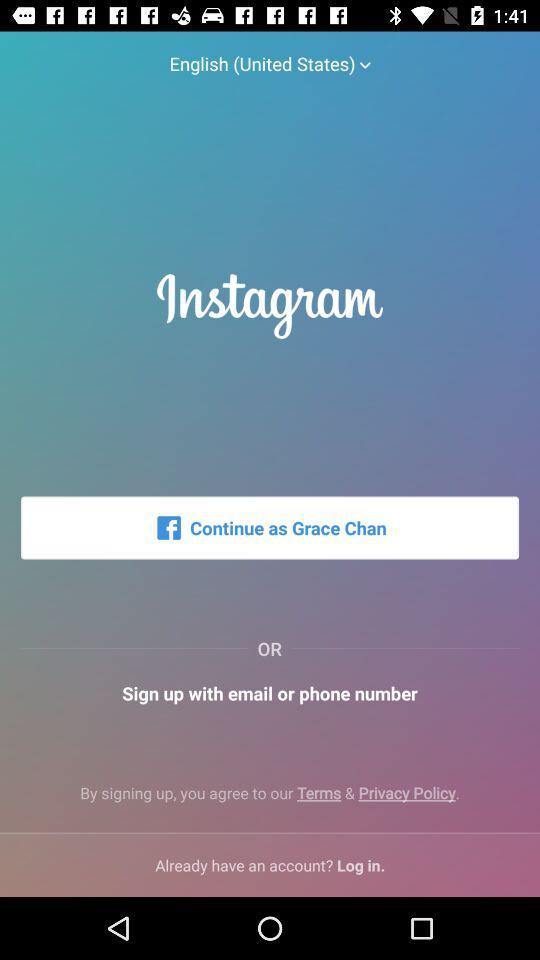 The image size is (540, 960). Describe the element at coordinates (270, 693) in the screenshot. I see `icon below the or icon` at that location.